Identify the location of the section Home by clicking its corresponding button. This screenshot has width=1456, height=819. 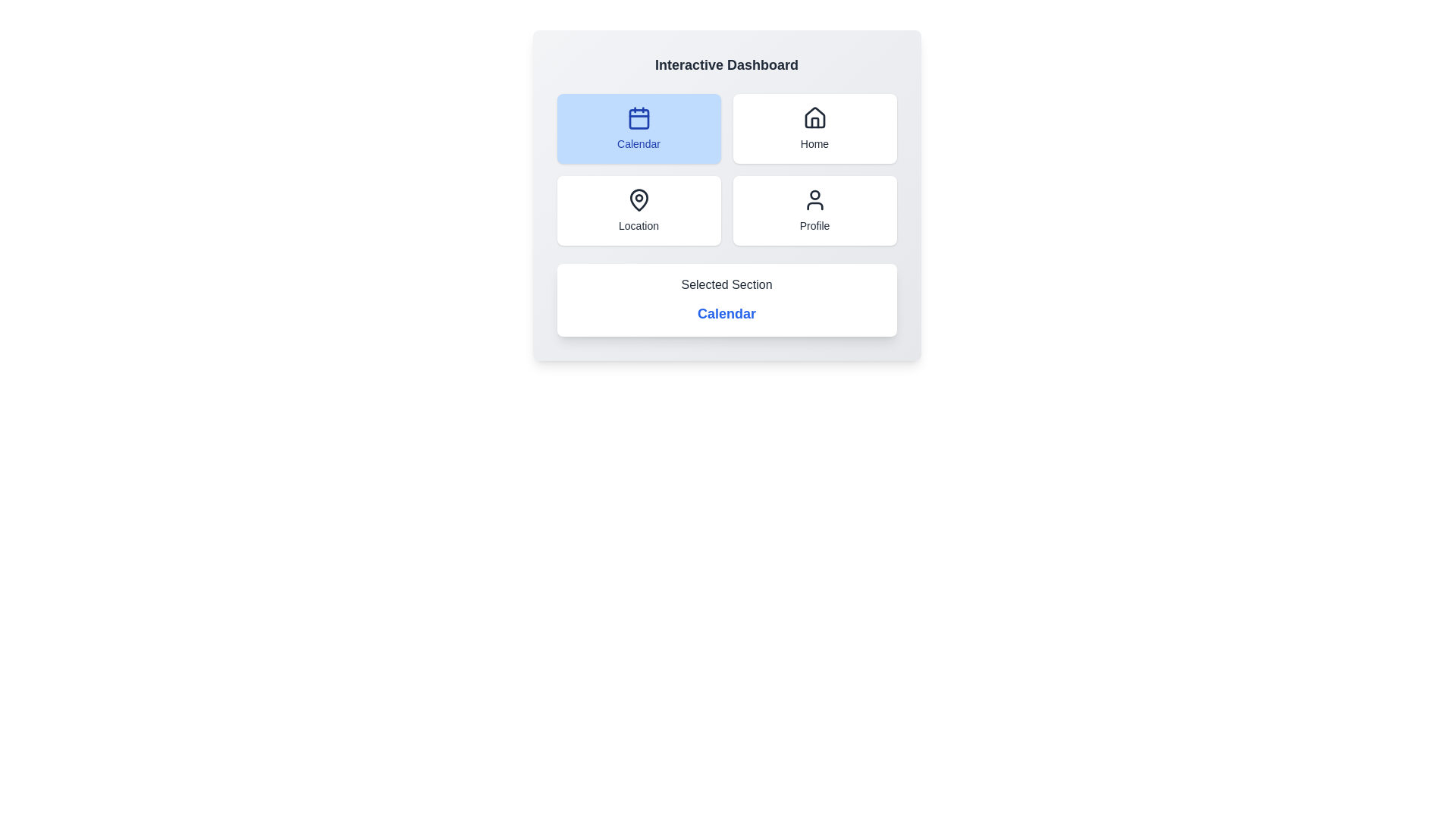
(814, 127).